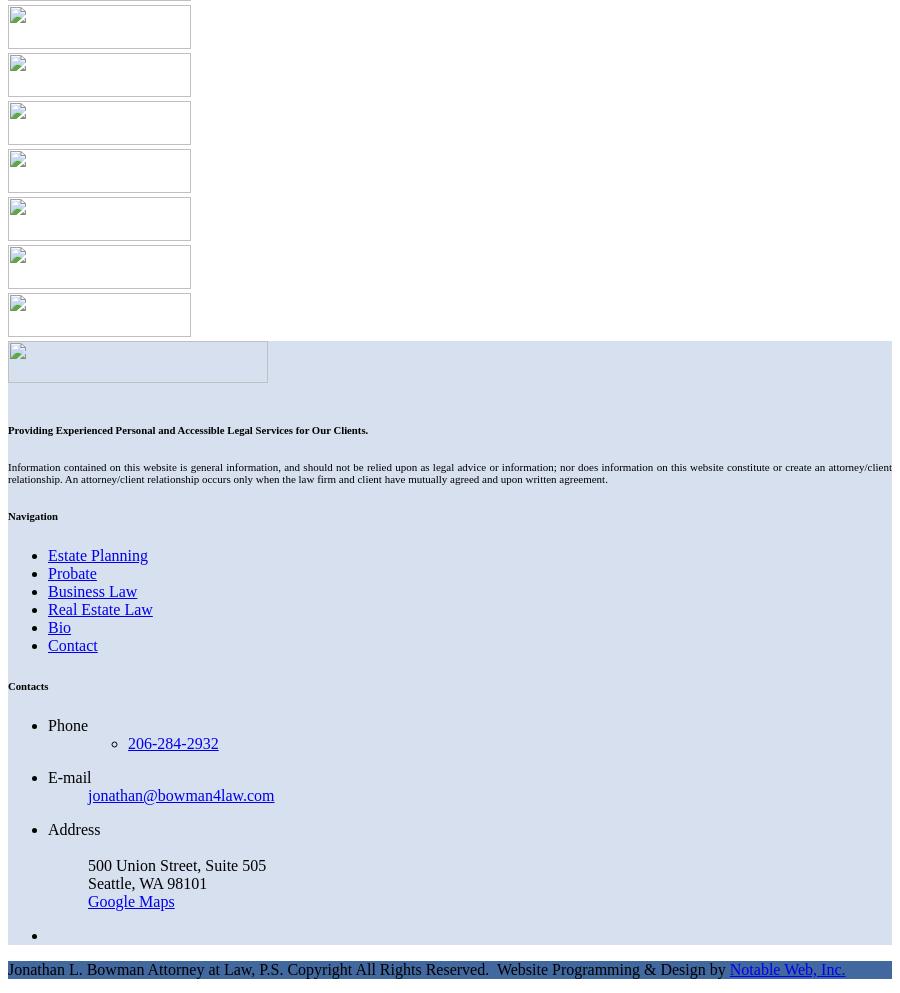 The width and height of the screenshot is (900, 993). What do you see at coordinates (98, 608) in the screenshot?
I see `'Real Estate Law'` at bounding box center [98, 608].